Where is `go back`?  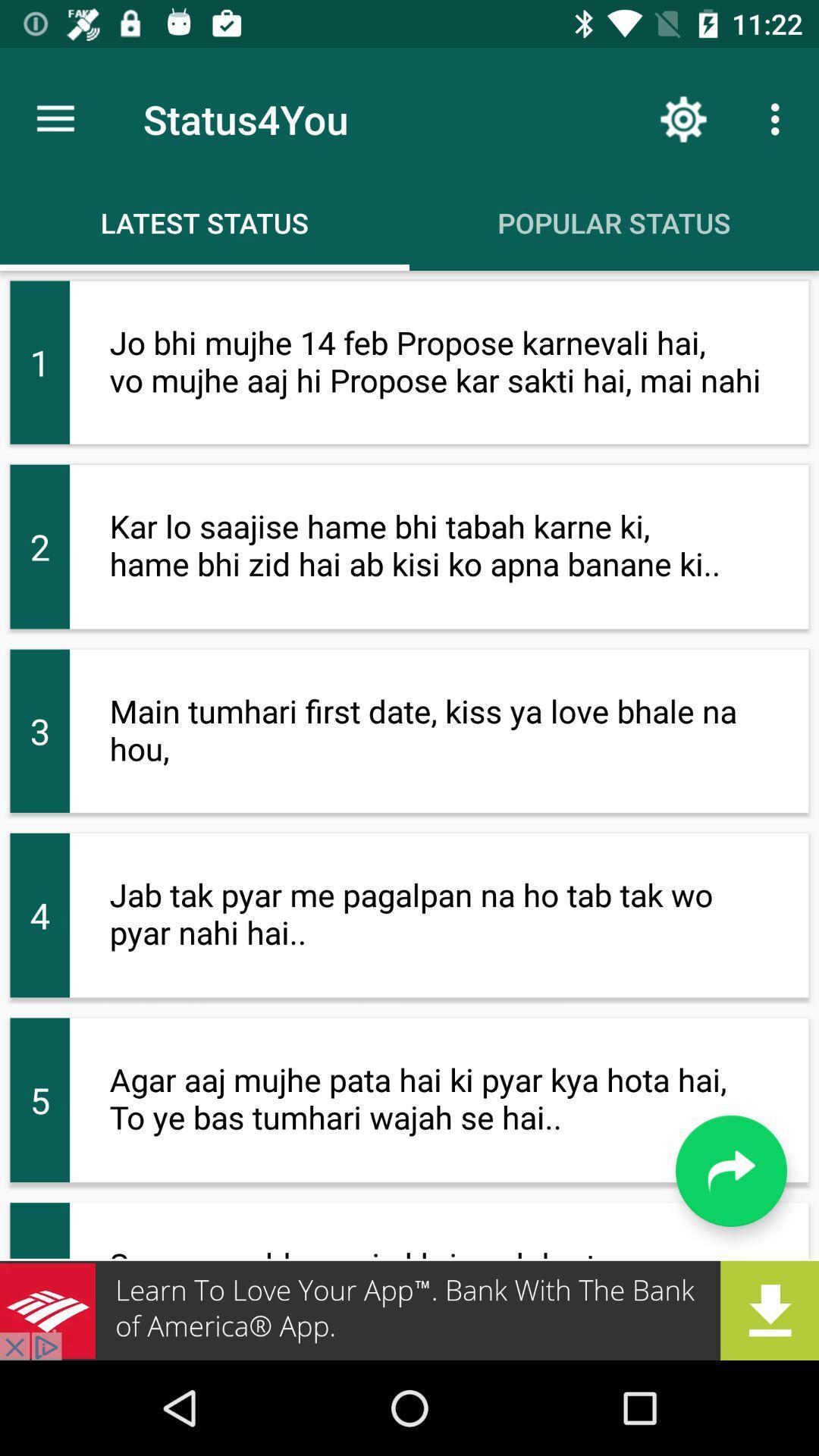
go back is located at coordinates (730, 1170).